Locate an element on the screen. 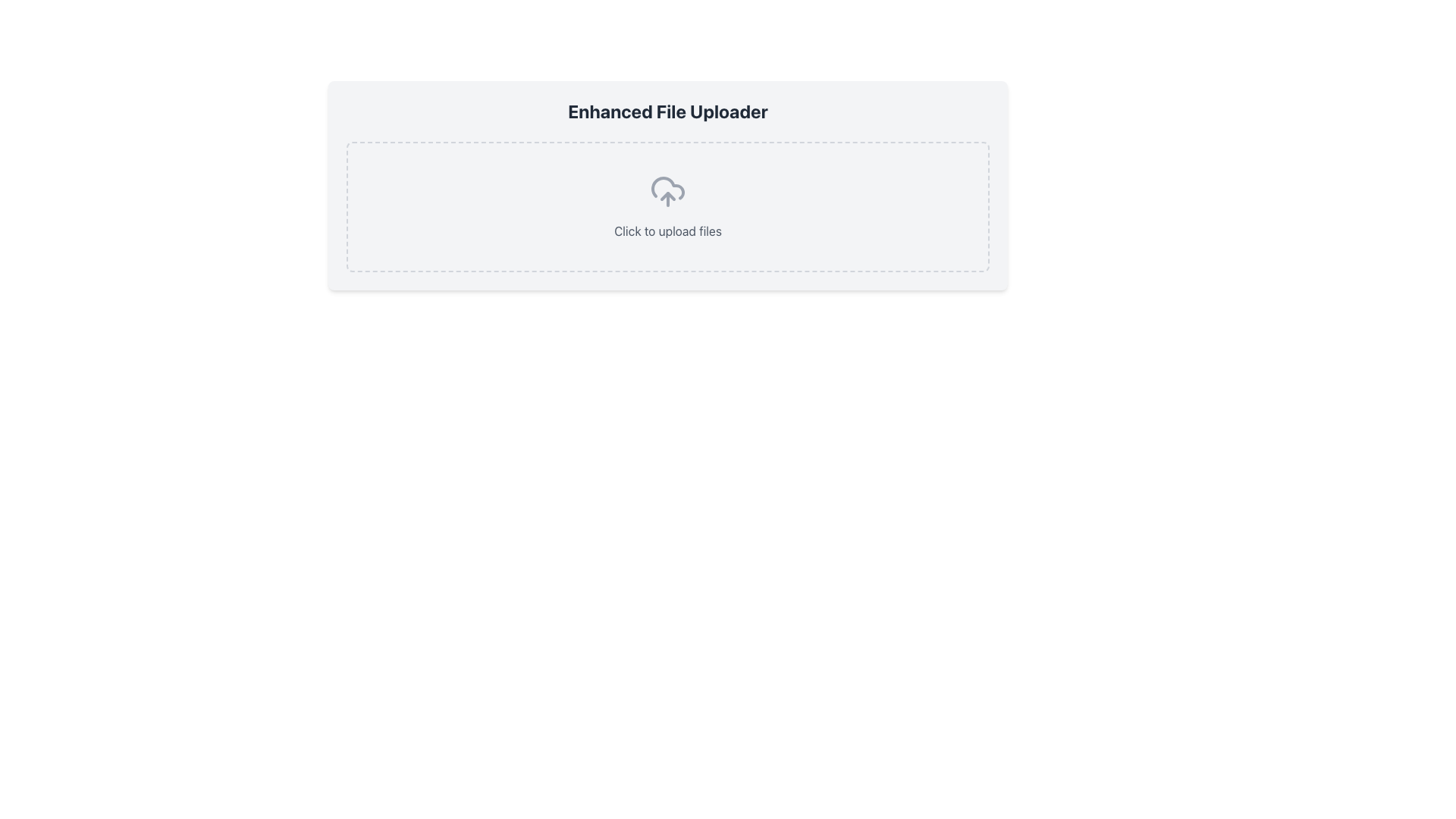  the clickable upload button with a cloud icon and 'Click to upload files' text is located at coordinates (667, 207).